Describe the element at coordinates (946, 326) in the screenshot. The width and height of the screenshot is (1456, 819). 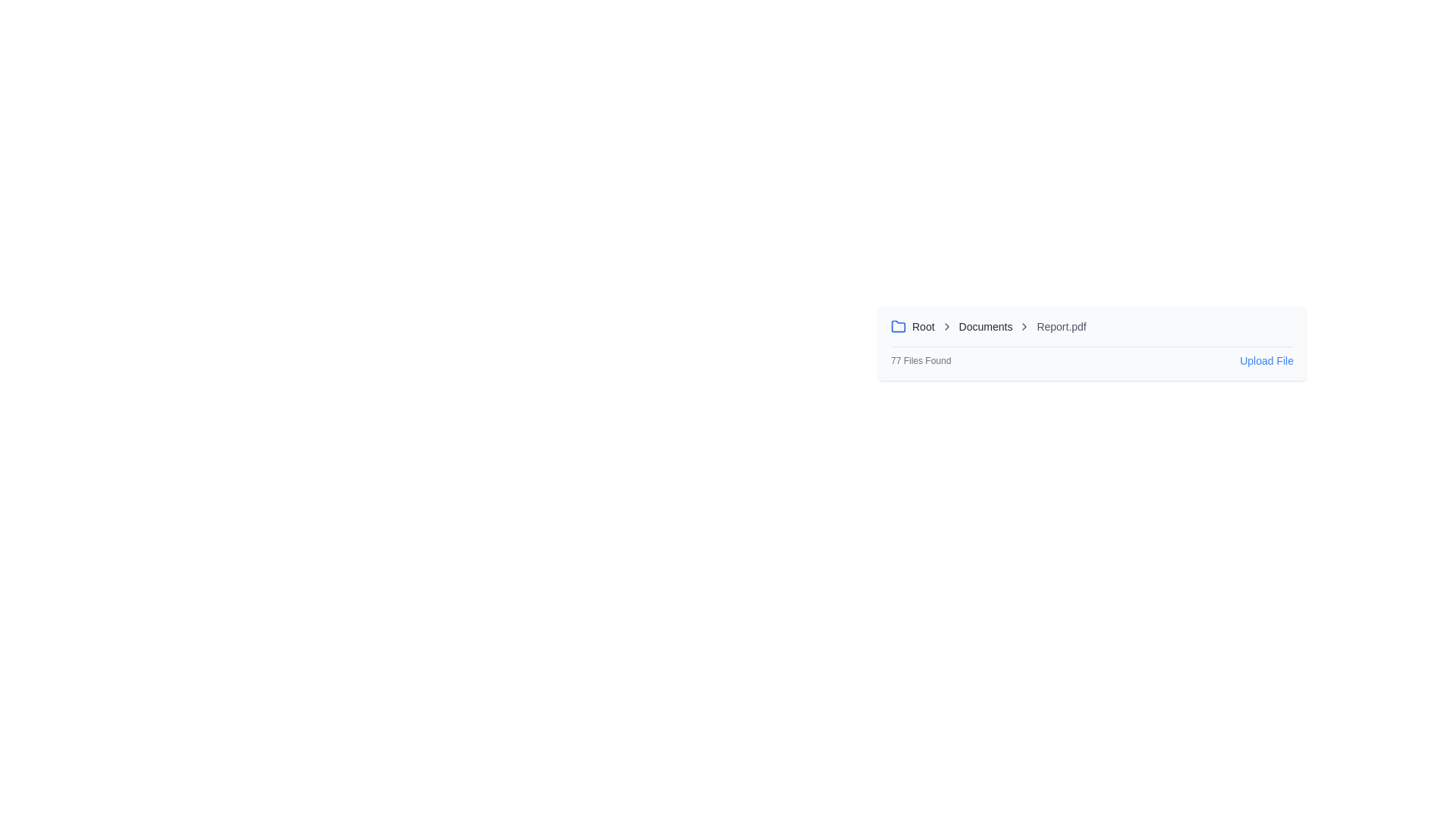
I see `the second chevron icon in the breadcrumb navigation strip, which separates the 'Root' and 'Documents' segments to understand the navigation hierarchy` at that location.